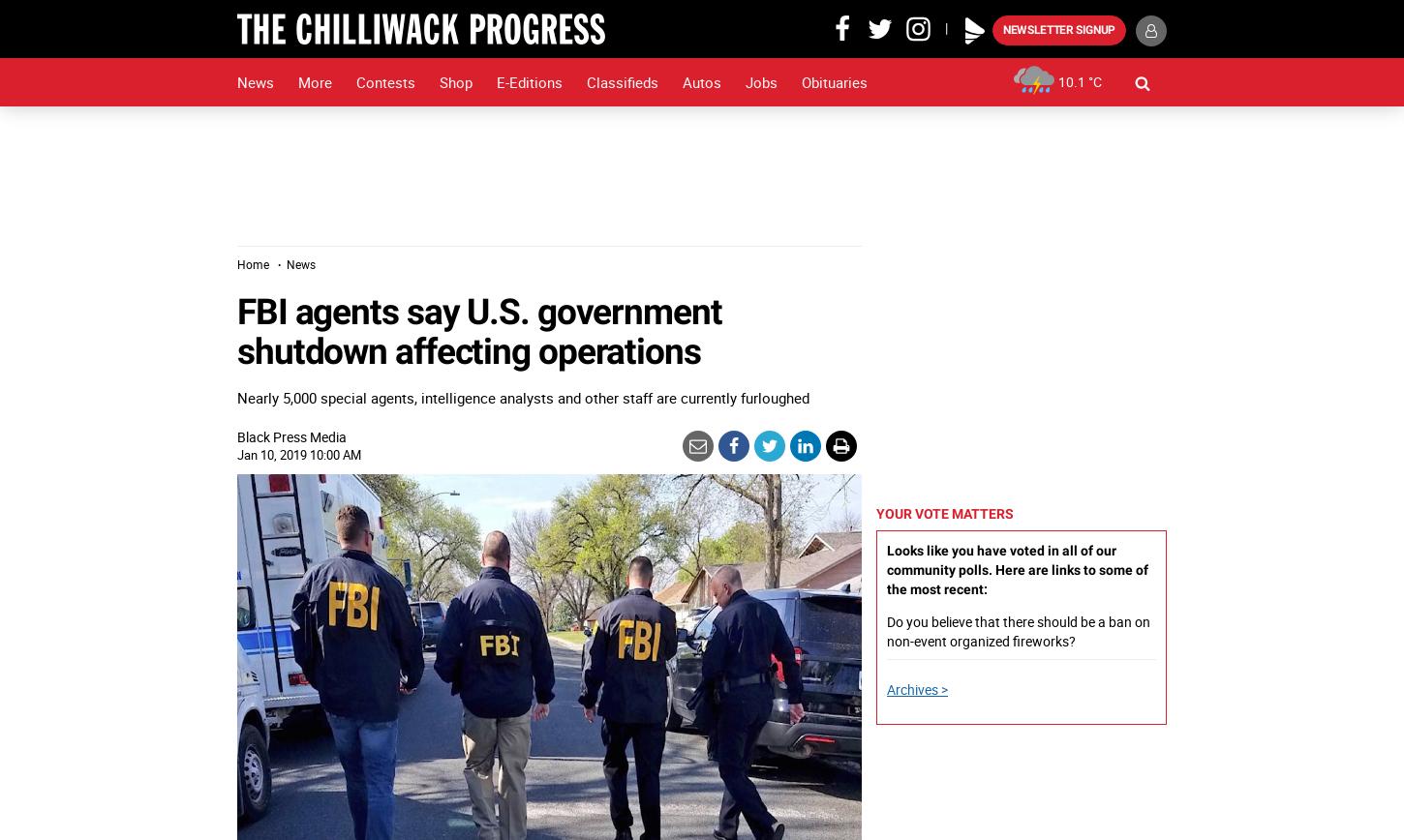  What do you see at coordinates (1018, 631) in the screenshot?
I see `'Do you believe that there should be a ban on non-event organized fireworks?'` at bounding box center [1018, 631].